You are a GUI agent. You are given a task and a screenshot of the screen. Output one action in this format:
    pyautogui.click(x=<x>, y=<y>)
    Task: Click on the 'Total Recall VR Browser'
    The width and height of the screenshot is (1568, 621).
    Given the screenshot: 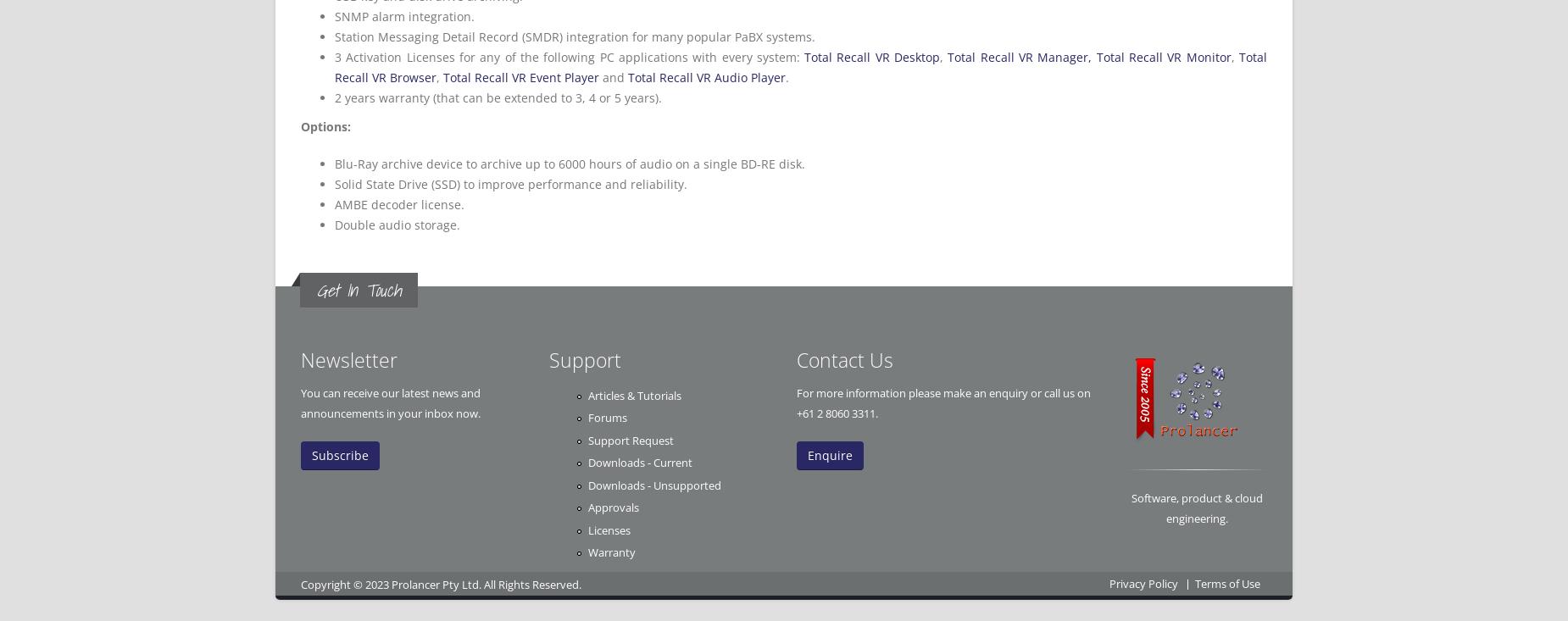 What is the action you would take?
    pyautogui.click(x=799, y=67)
    